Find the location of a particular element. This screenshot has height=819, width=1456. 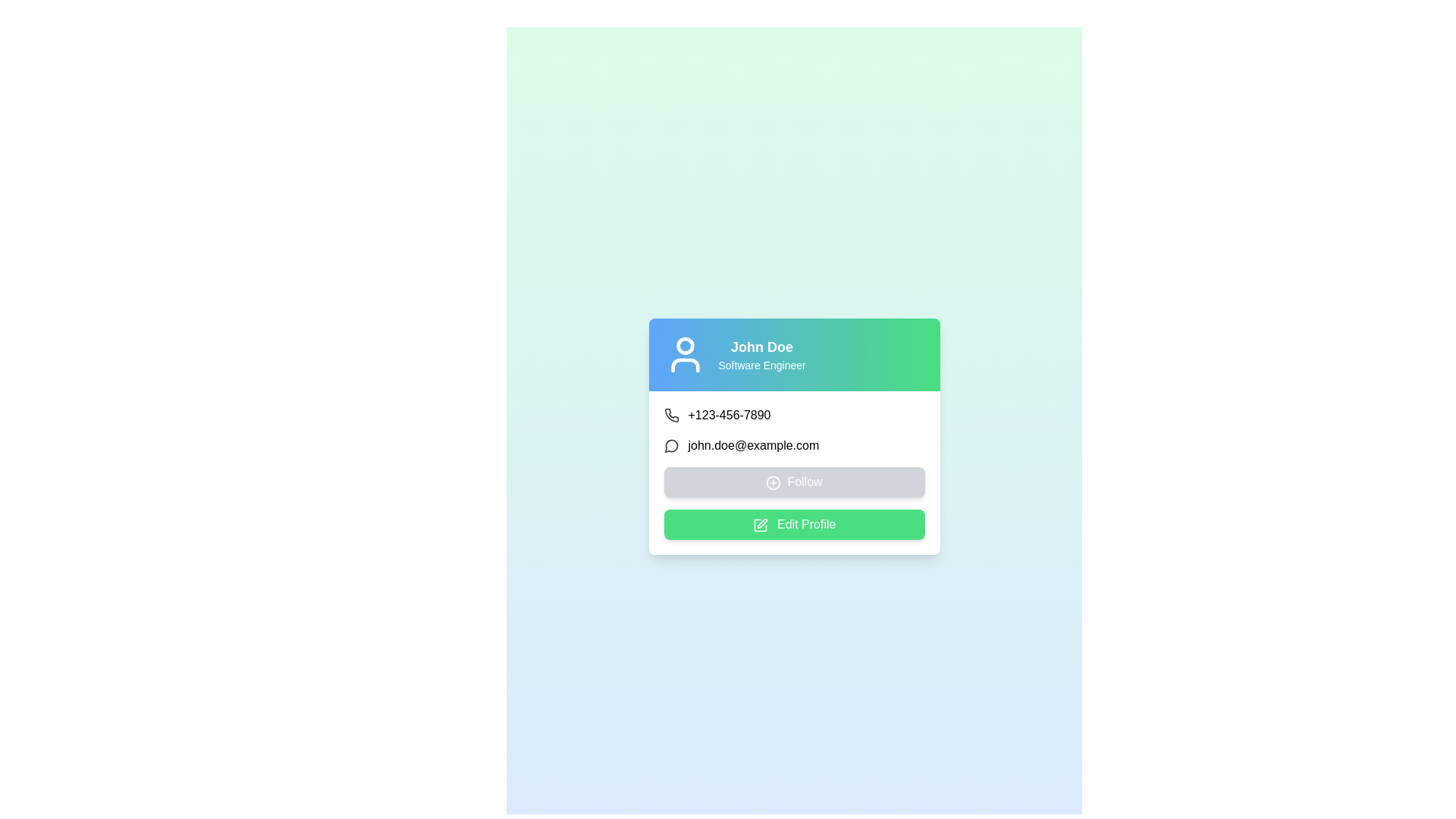

the circular speech bubble icon located on the left side of the contact information section, aligned with the phone number and email address is located at coordinates (670, 445).